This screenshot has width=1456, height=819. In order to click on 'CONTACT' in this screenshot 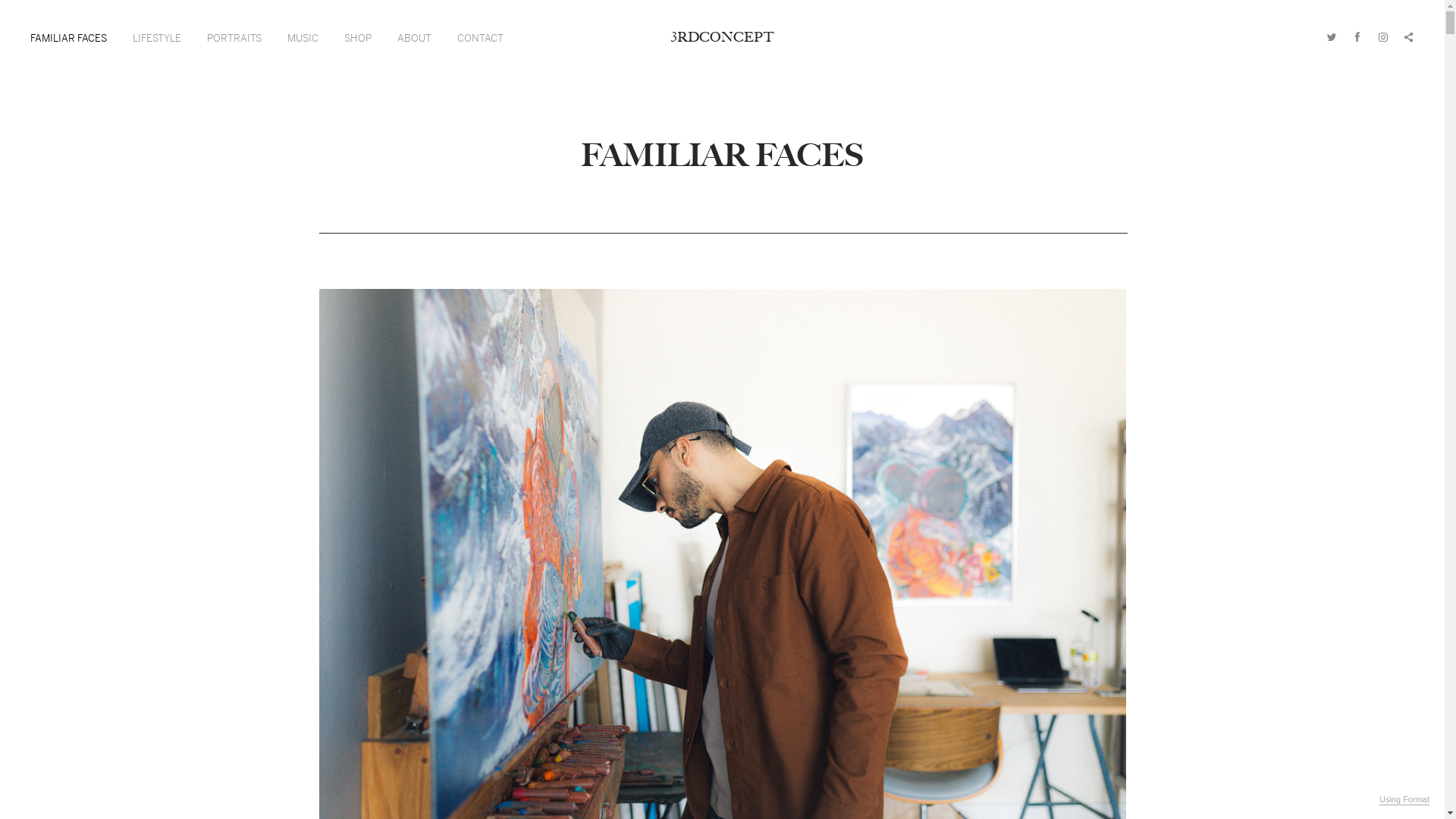, I will do `click(479, 37)`.